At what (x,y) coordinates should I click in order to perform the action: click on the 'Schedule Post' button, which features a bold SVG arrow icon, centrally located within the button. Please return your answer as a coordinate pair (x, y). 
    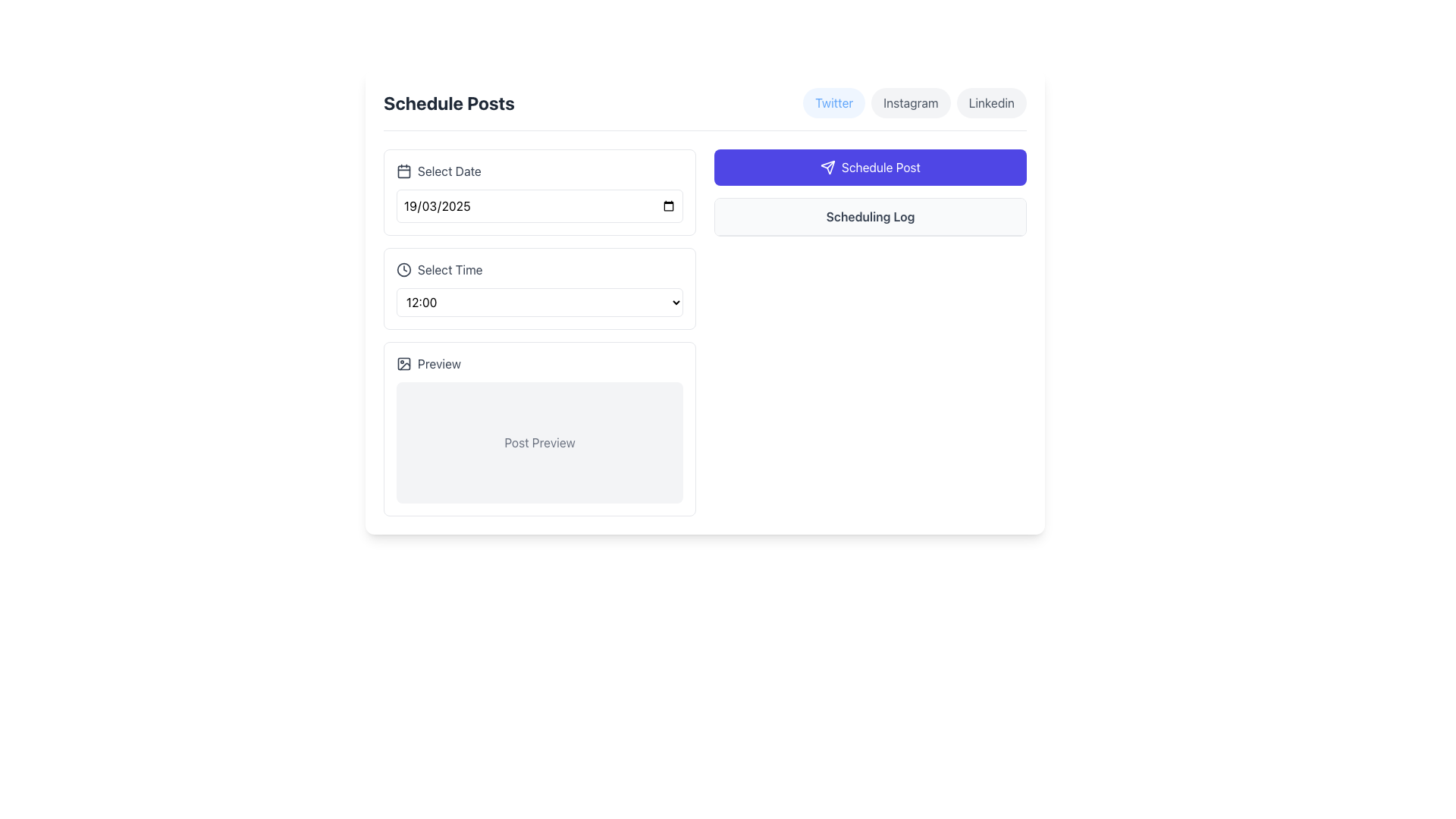
    Looking at the image, I should click on (827, 166).